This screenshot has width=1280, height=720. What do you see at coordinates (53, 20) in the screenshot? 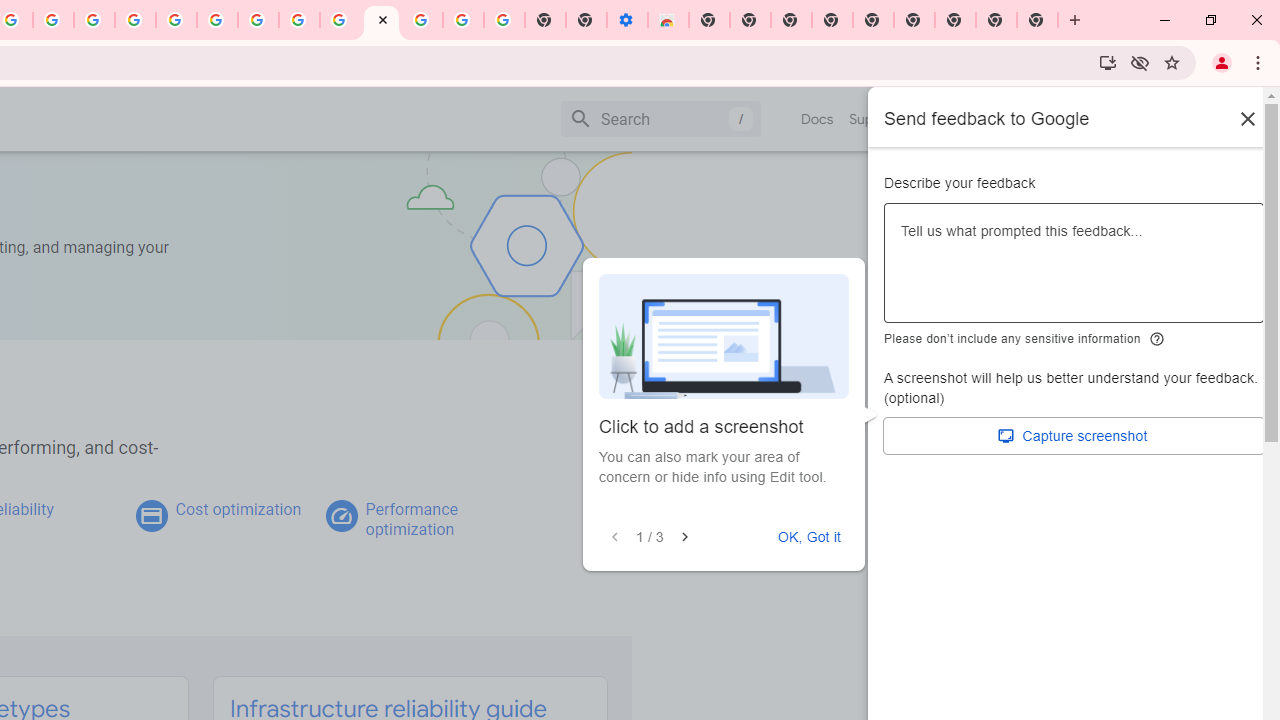
I see `'Create your Google Account'` at bounding box center [53, 20].